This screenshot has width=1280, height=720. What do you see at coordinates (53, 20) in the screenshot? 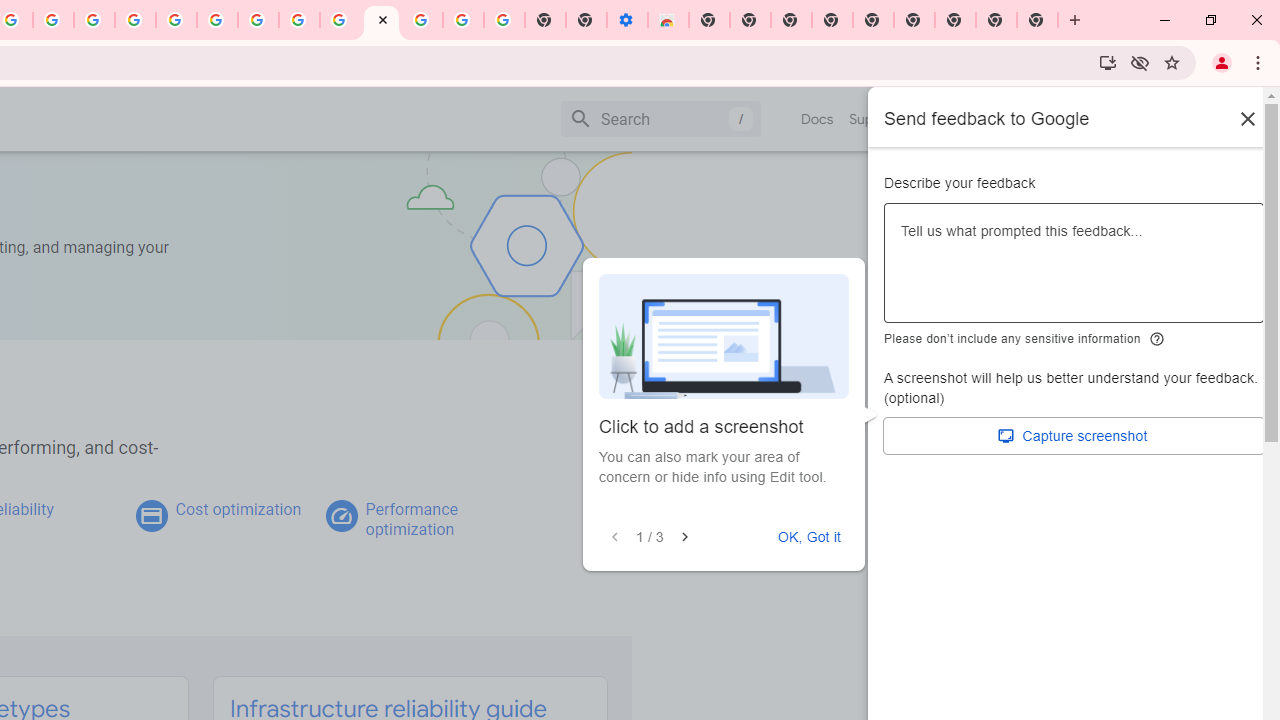
I see `'Create your Google Account'` at bounding box center [53, 20].